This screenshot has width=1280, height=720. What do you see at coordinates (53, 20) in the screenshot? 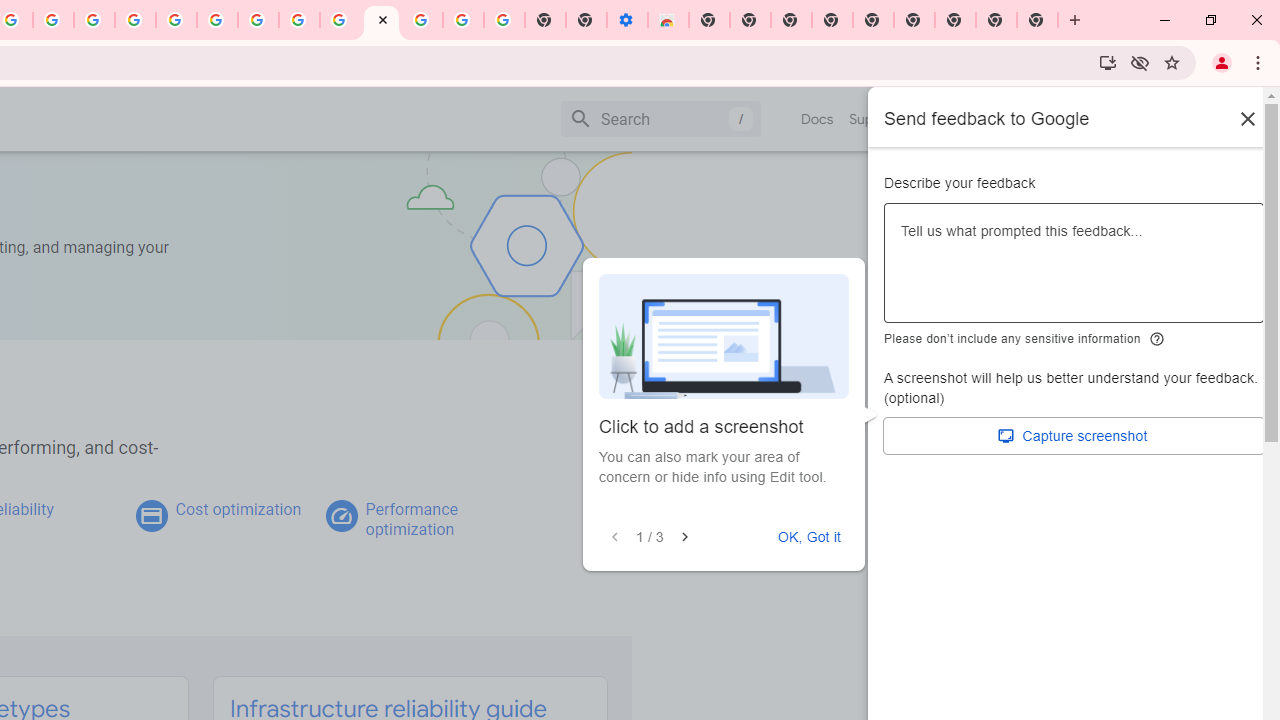
I see `'Create your Google Account'` at bounding box center [53, 20].